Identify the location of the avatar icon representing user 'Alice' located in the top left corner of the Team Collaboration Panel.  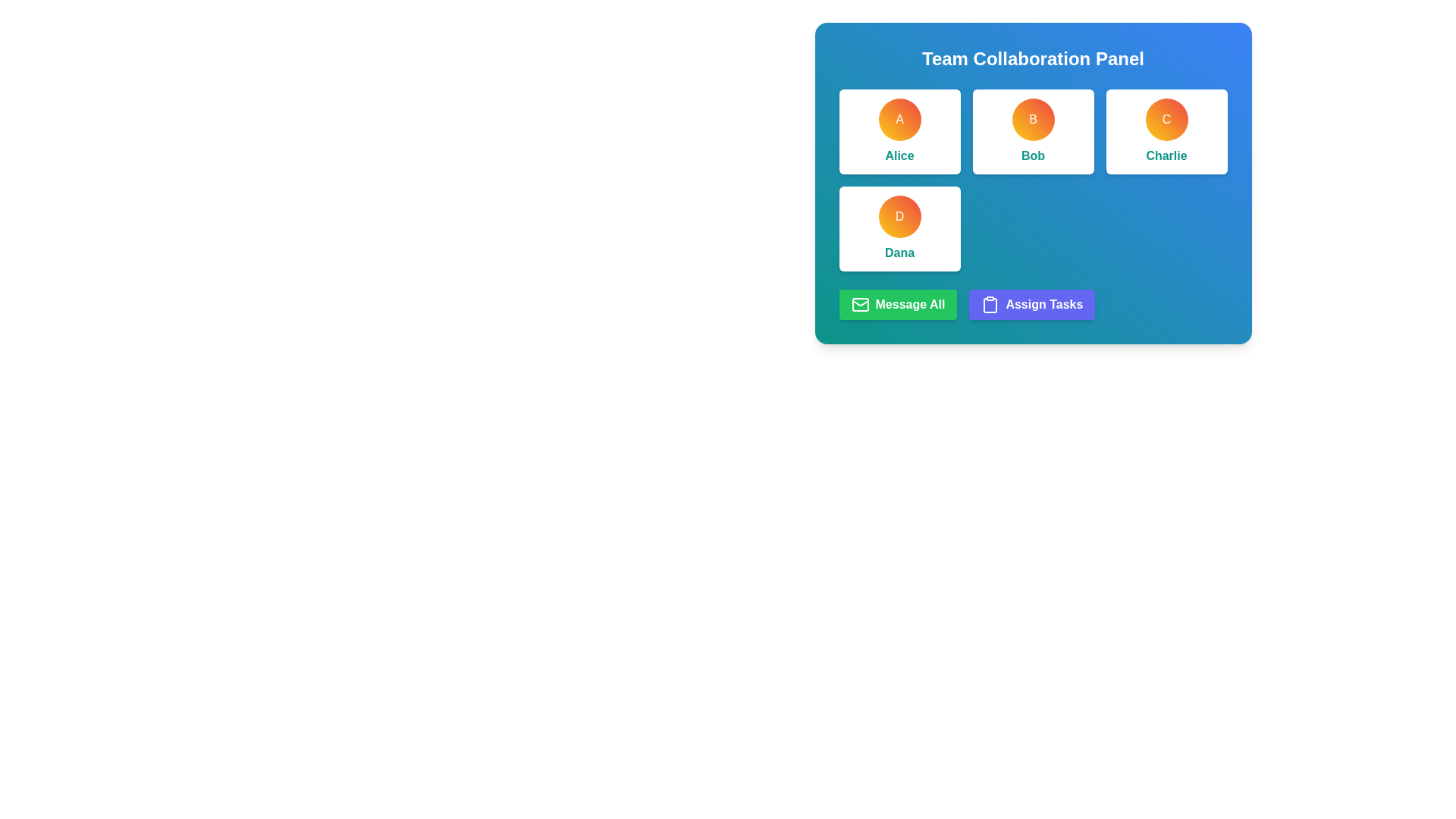
(899, 119).